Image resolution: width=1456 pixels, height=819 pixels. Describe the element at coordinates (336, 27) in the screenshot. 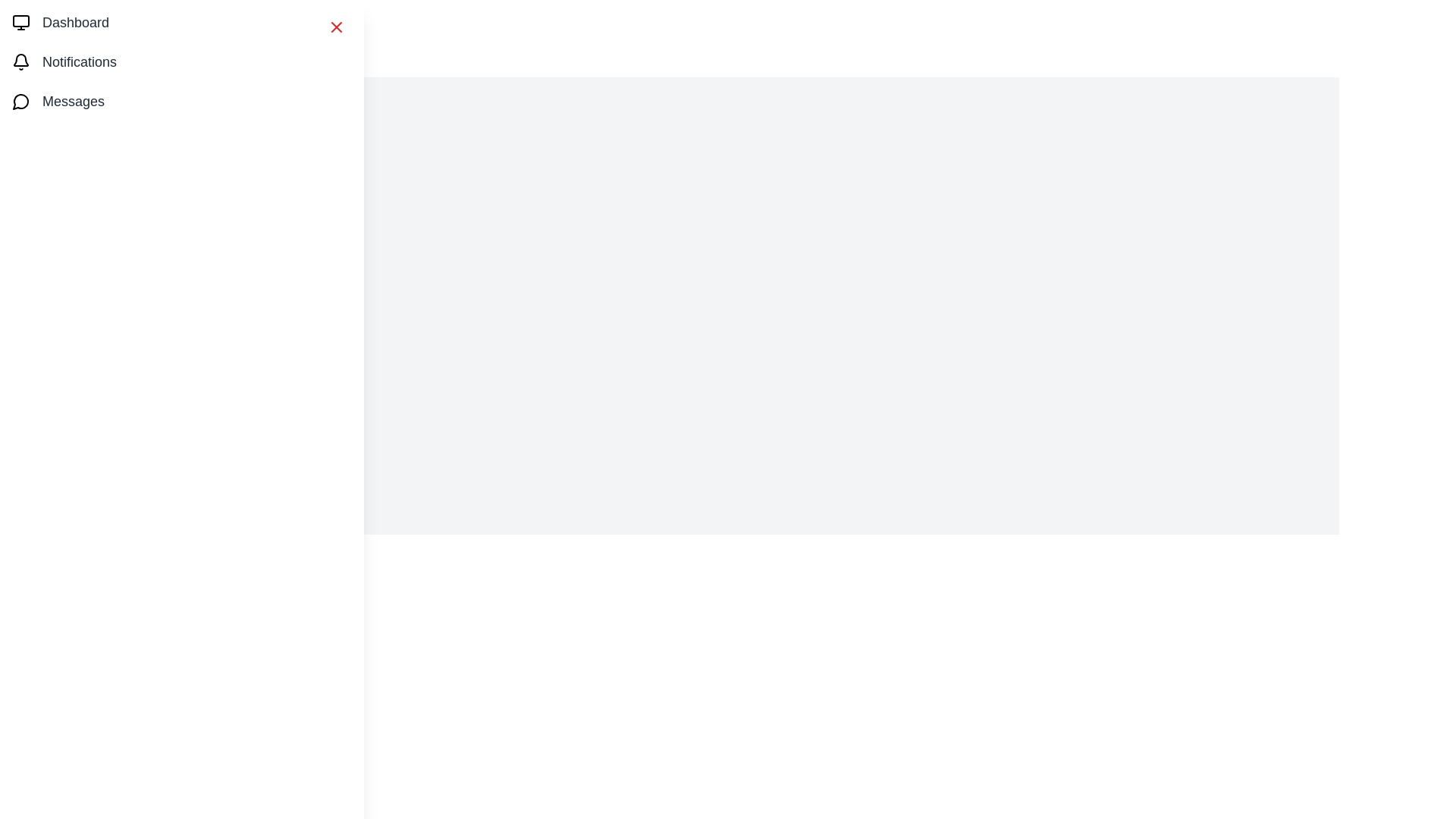

I see `the close button to close the drawer` at that location.